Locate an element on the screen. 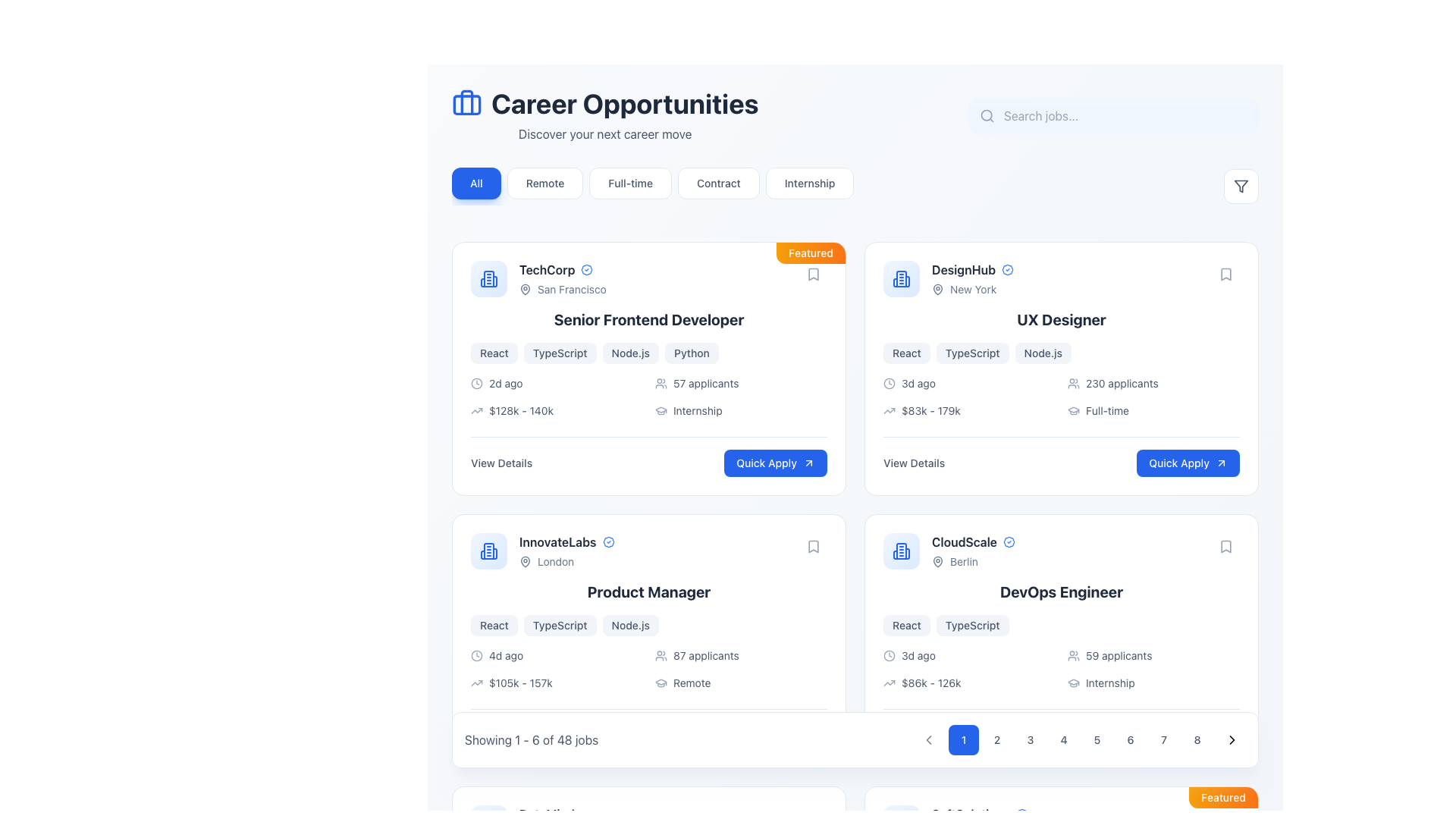 This screenshot has width=1456, height=819. the header element representing 'InnovateLabs' with location detail 'London' in the 'Product Manager' card on the 'Career Opportunities' page is located at coordinates (542, 551).